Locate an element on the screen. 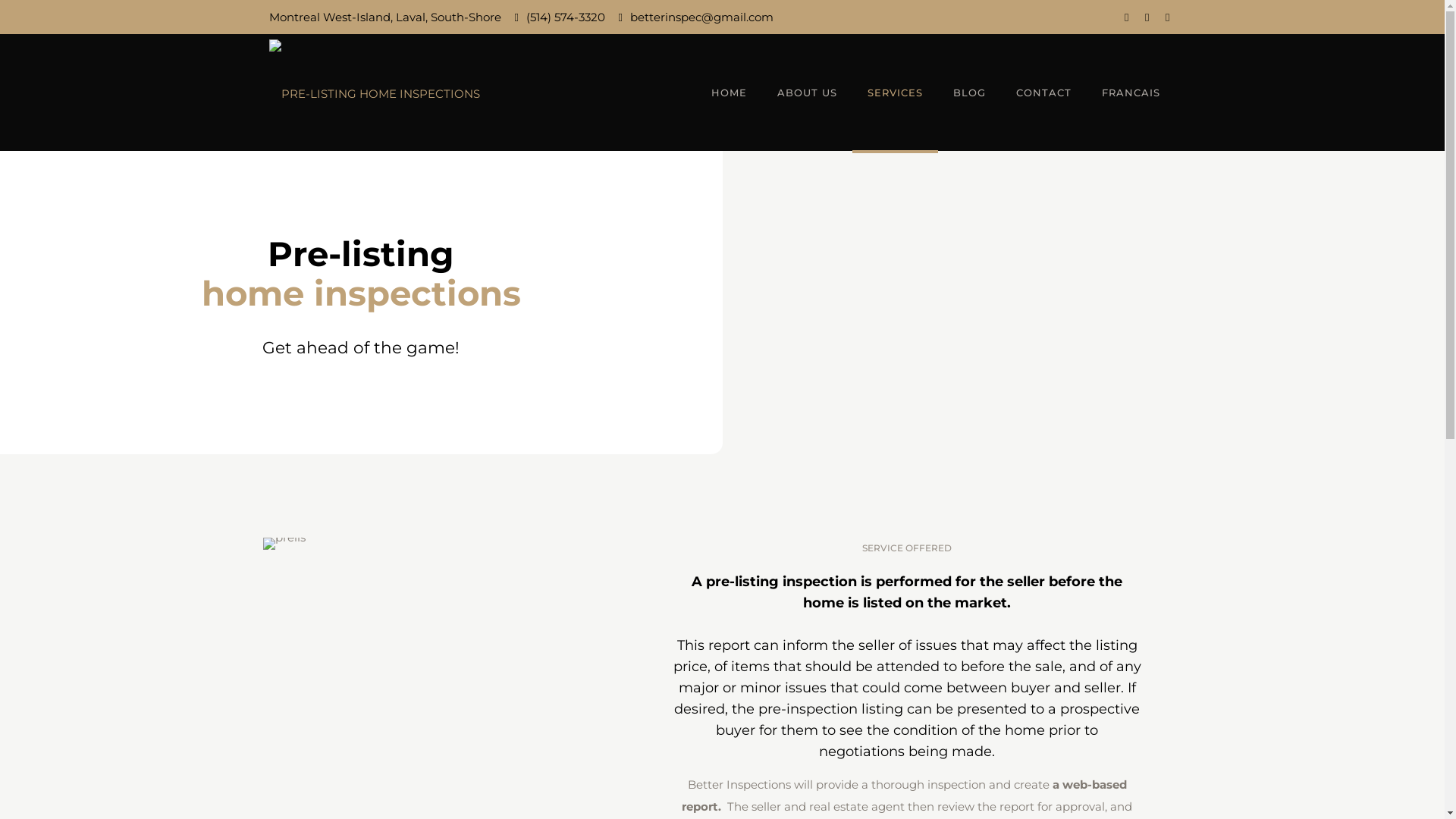 This screenshot has width=1456, height=819. 'HOME' is located at coordinates (729, 92).